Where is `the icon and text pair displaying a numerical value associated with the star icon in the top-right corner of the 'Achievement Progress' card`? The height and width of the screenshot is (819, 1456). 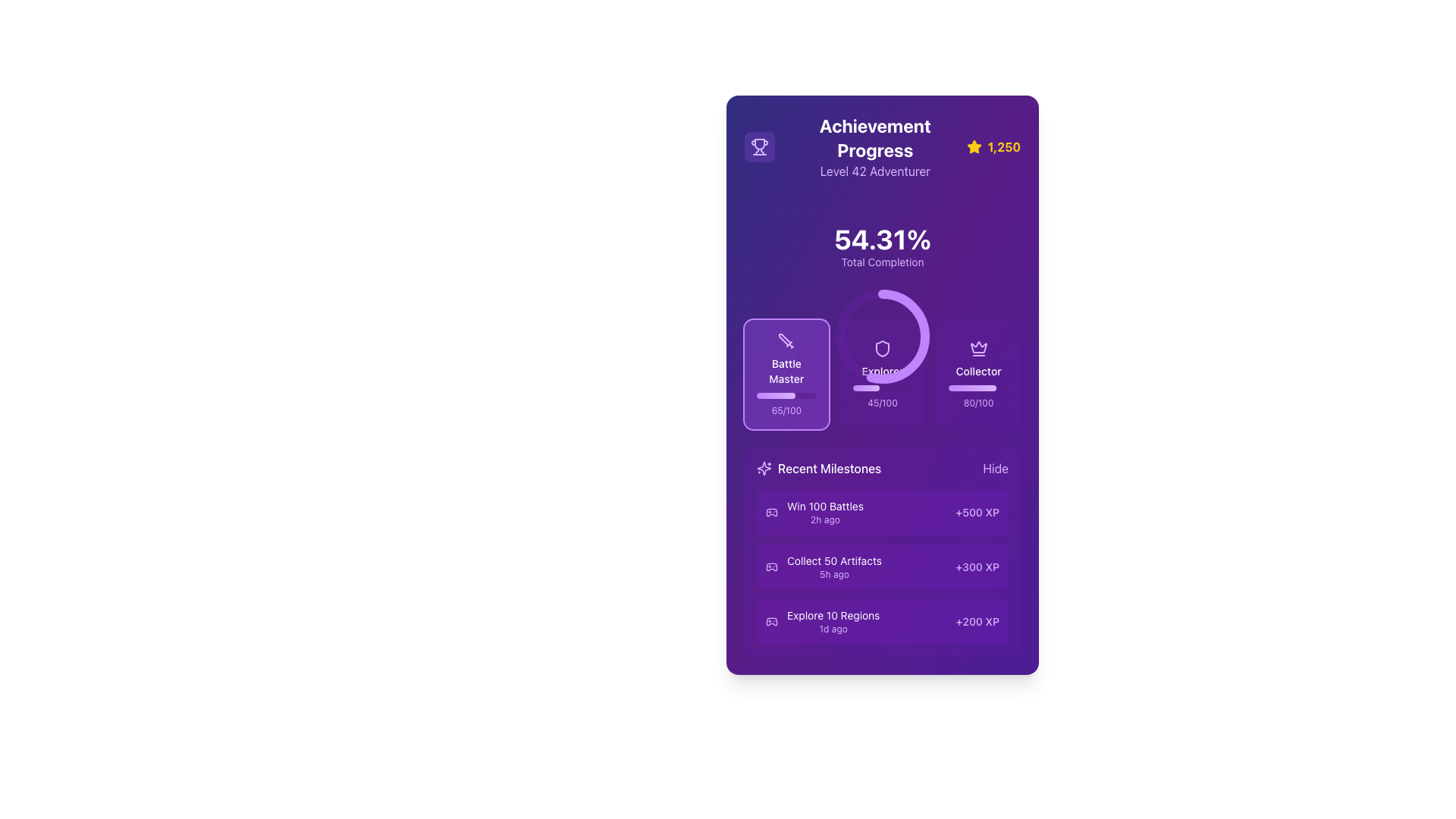 the icon and text pair displaying a numerical value associated with the star icon in the top-right corner of the 'Achievement Progress' card is located at coordinates (993, 146).